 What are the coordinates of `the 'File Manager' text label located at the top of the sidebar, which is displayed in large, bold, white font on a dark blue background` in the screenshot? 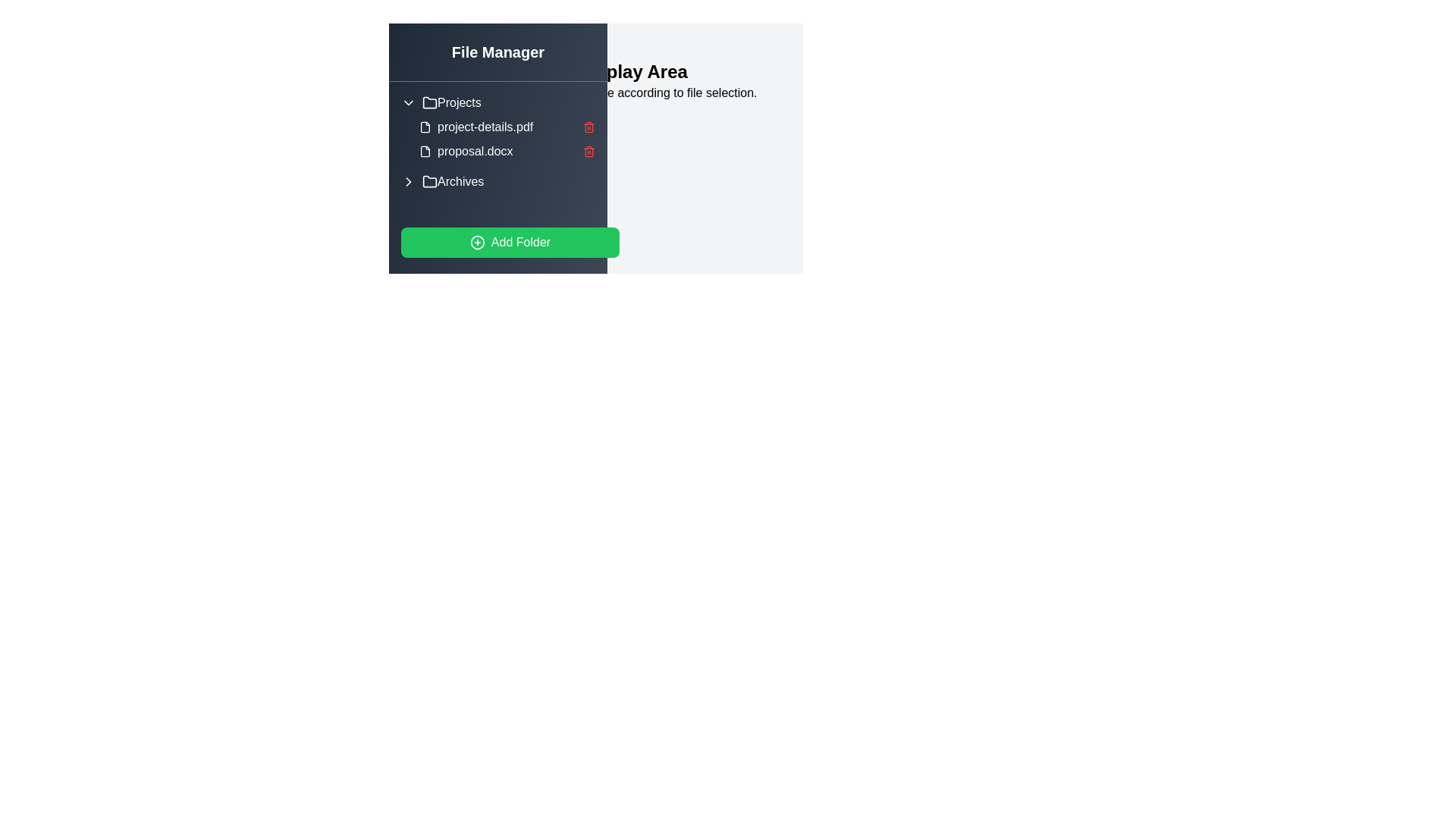 It's located at (498, 52).